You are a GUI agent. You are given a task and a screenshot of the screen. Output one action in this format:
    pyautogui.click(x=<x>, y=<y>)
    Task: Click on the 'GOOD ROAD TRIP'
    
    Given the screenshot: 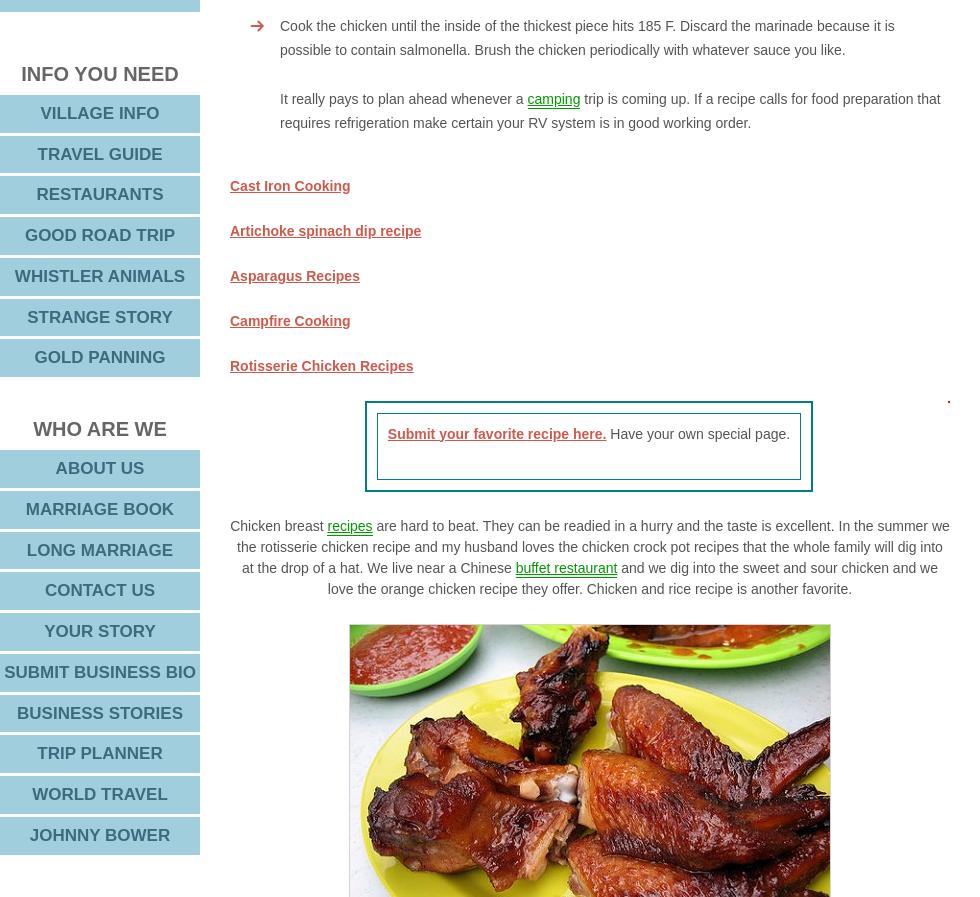 What is the action you would take?
    pyautogui.click(x=99, y=234)
    